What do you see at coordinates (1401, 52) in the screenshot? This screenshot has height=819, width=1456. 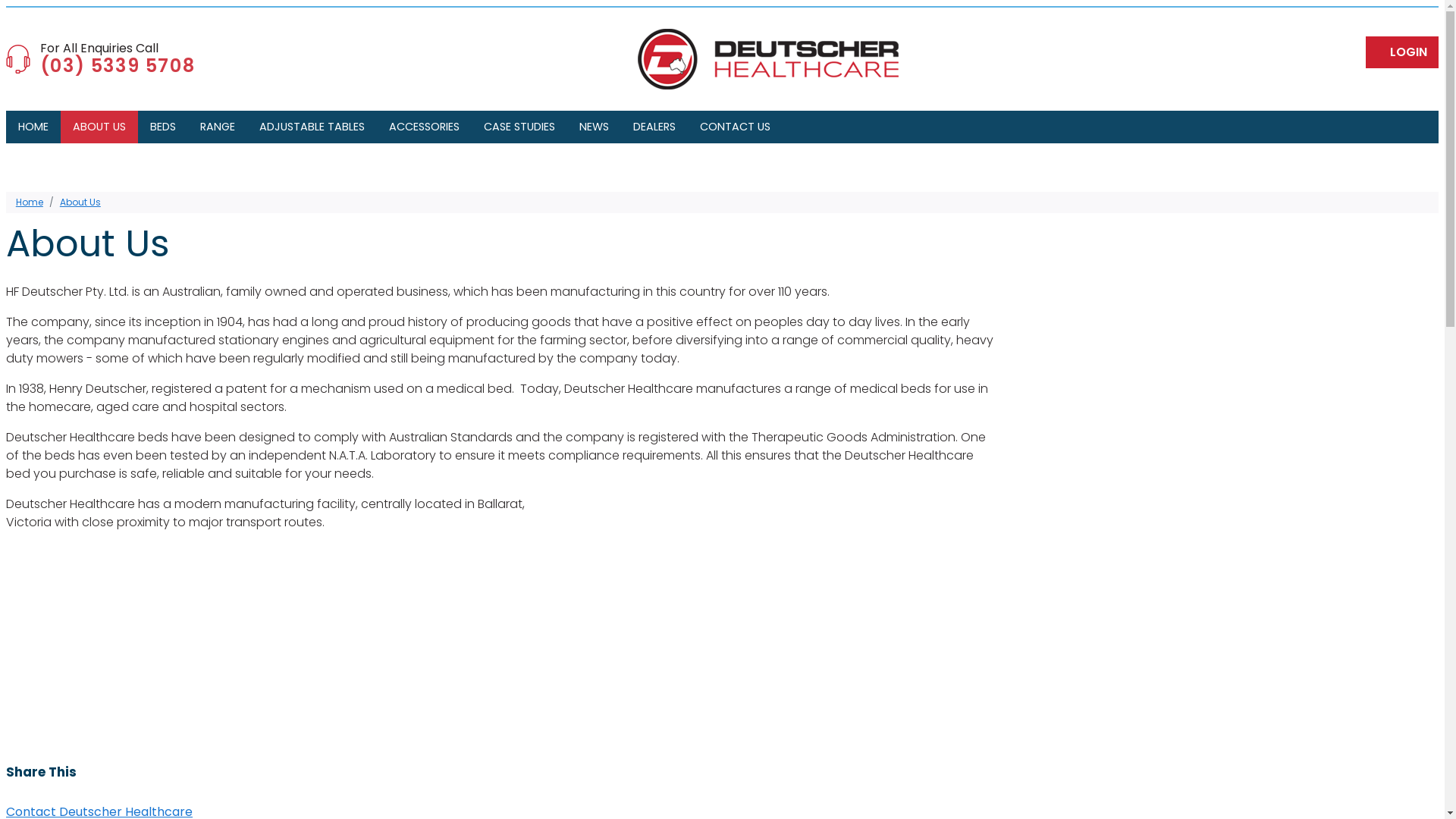 I see `'LOGIN'` at bounding box center [1401, 52].